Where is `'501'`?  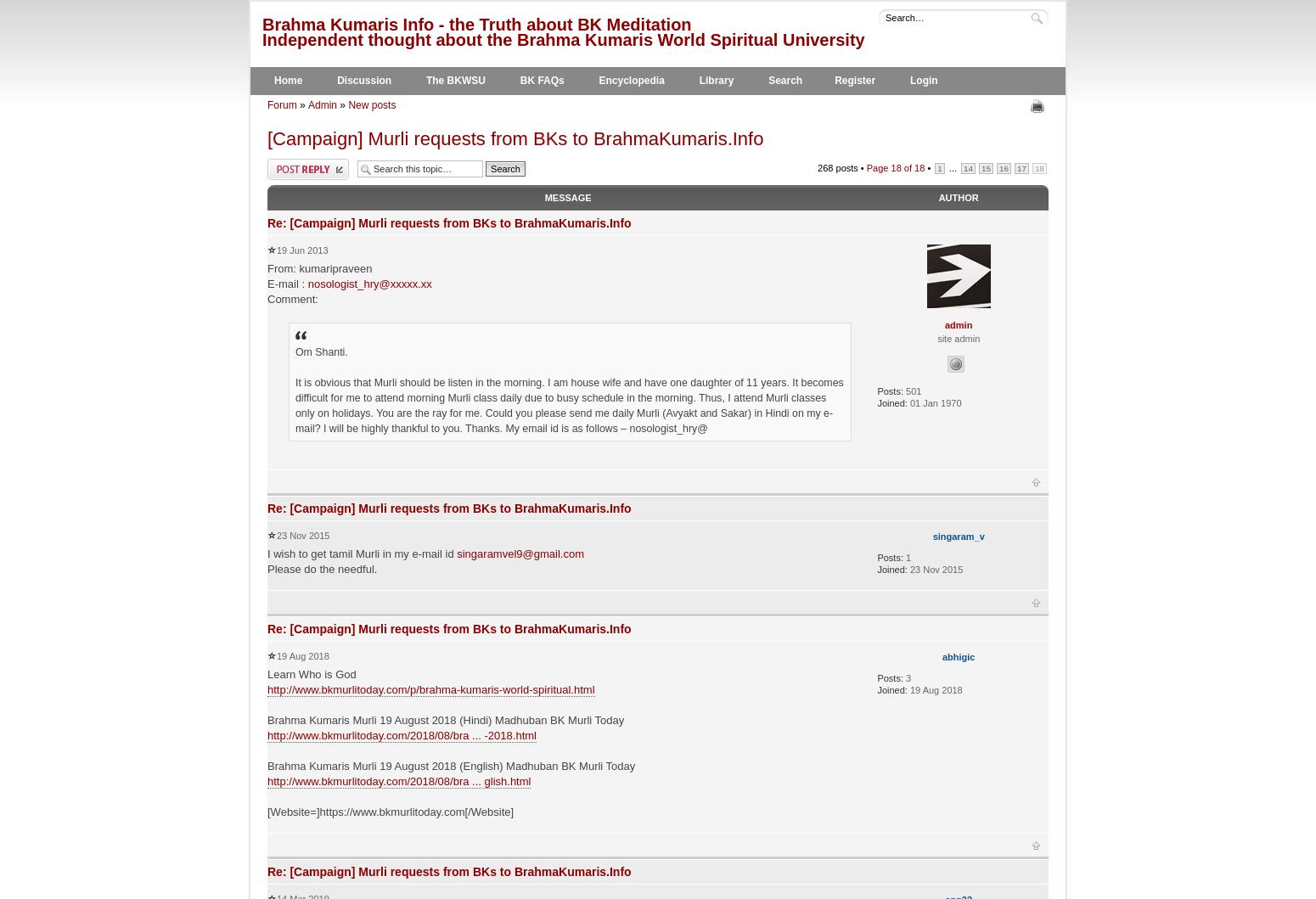 '501' is located at coordinates (902, 391).